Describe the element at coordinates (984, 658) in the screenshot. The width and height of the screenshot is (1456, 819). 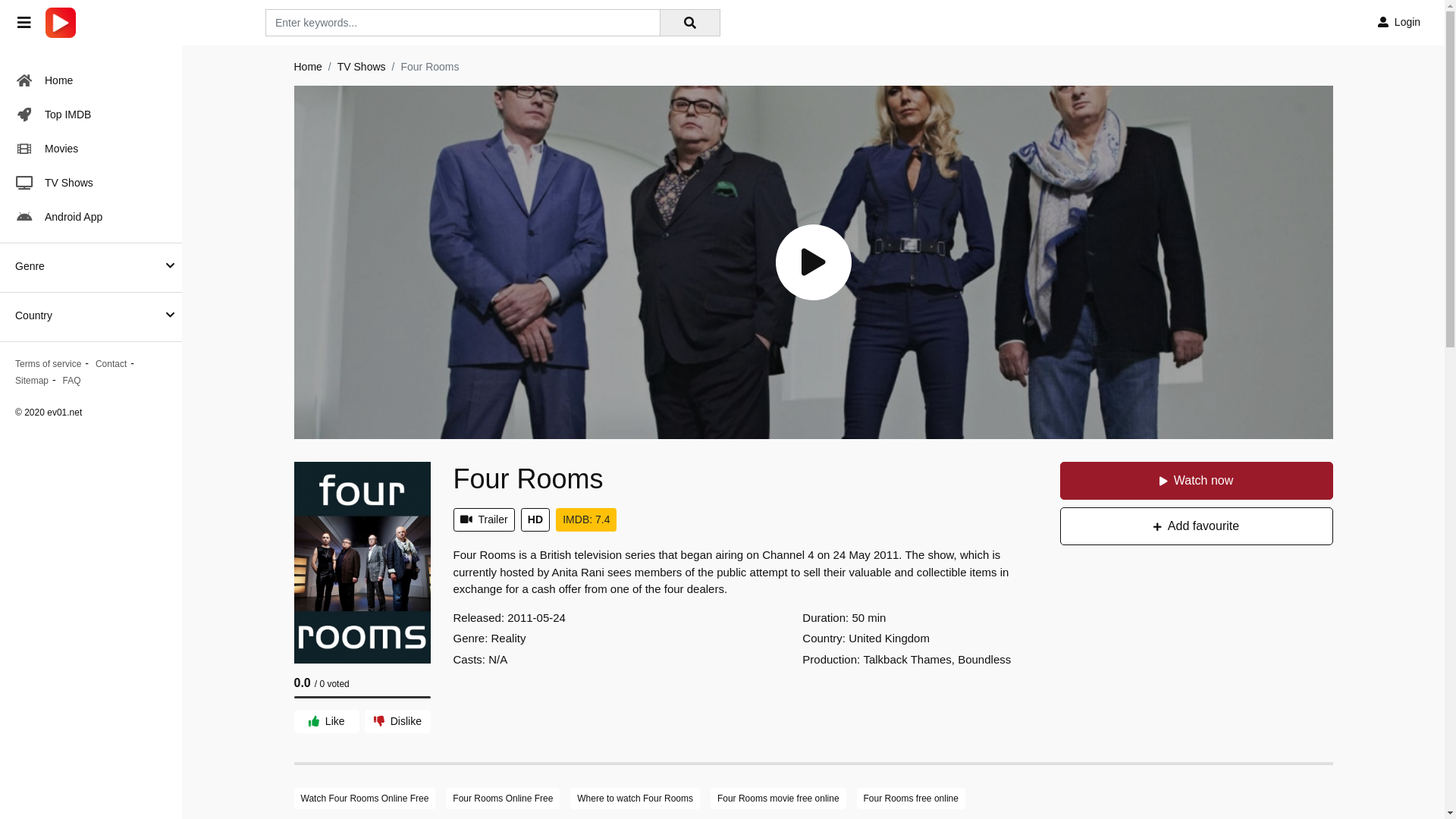
I see `'Boundless'` at that location.